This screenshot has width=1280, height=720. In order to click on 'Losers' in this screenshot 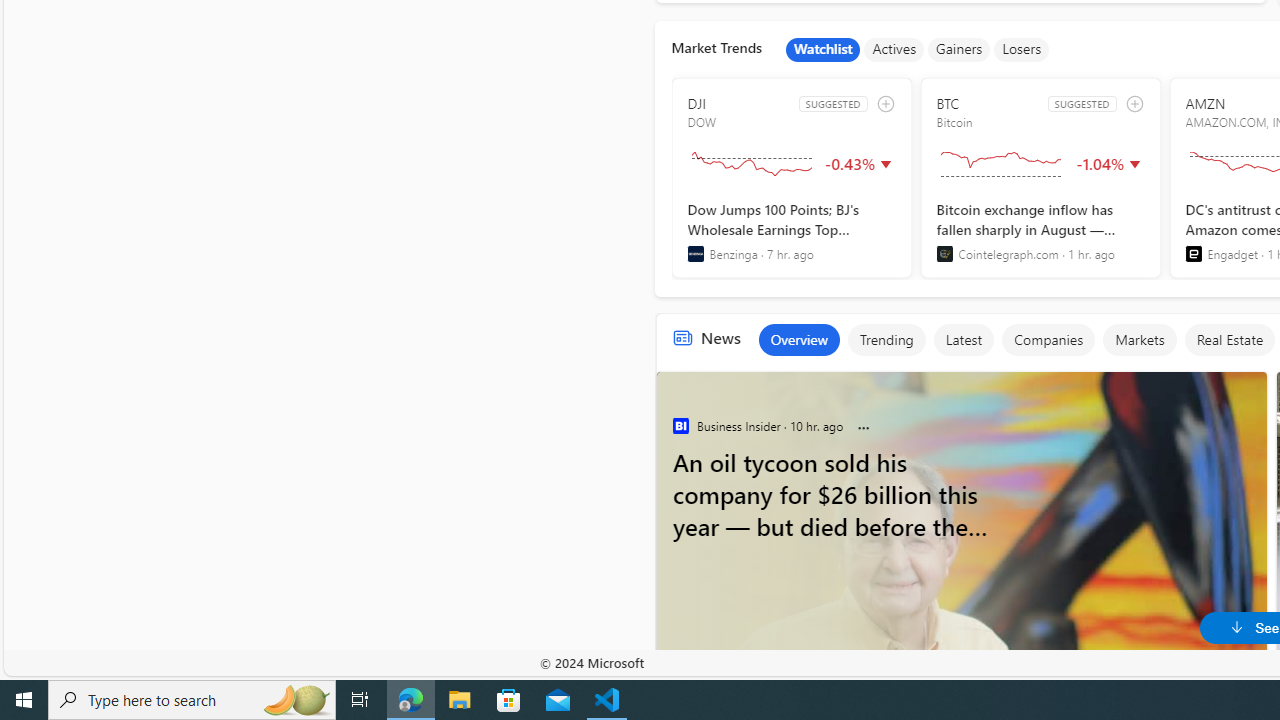, I will do `click(1022, 49)`.